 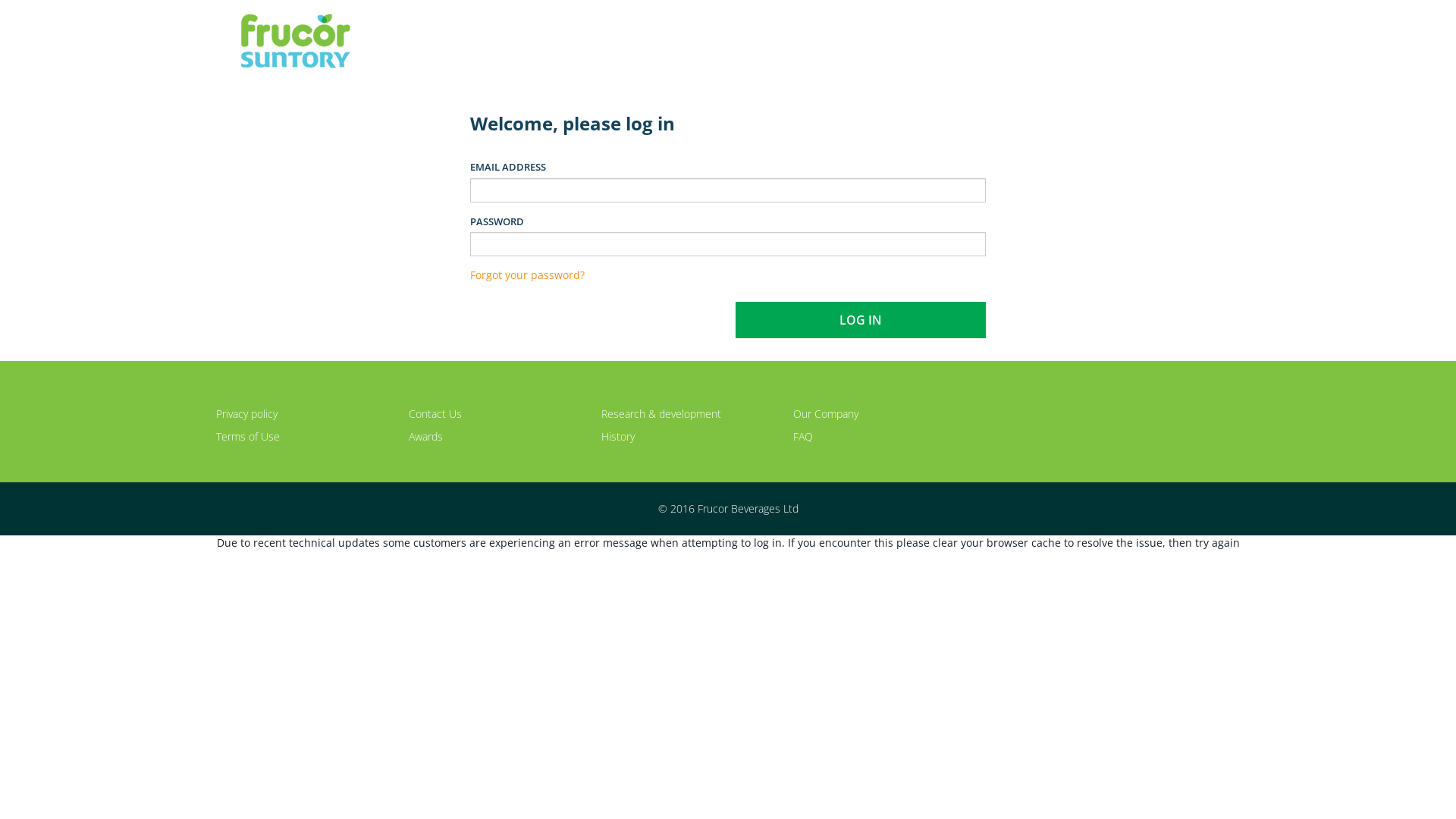 What do you see at coordinates (247, 436) in the screenshot?
I see `'Terms of Use'` at bounding box center [247, 436].